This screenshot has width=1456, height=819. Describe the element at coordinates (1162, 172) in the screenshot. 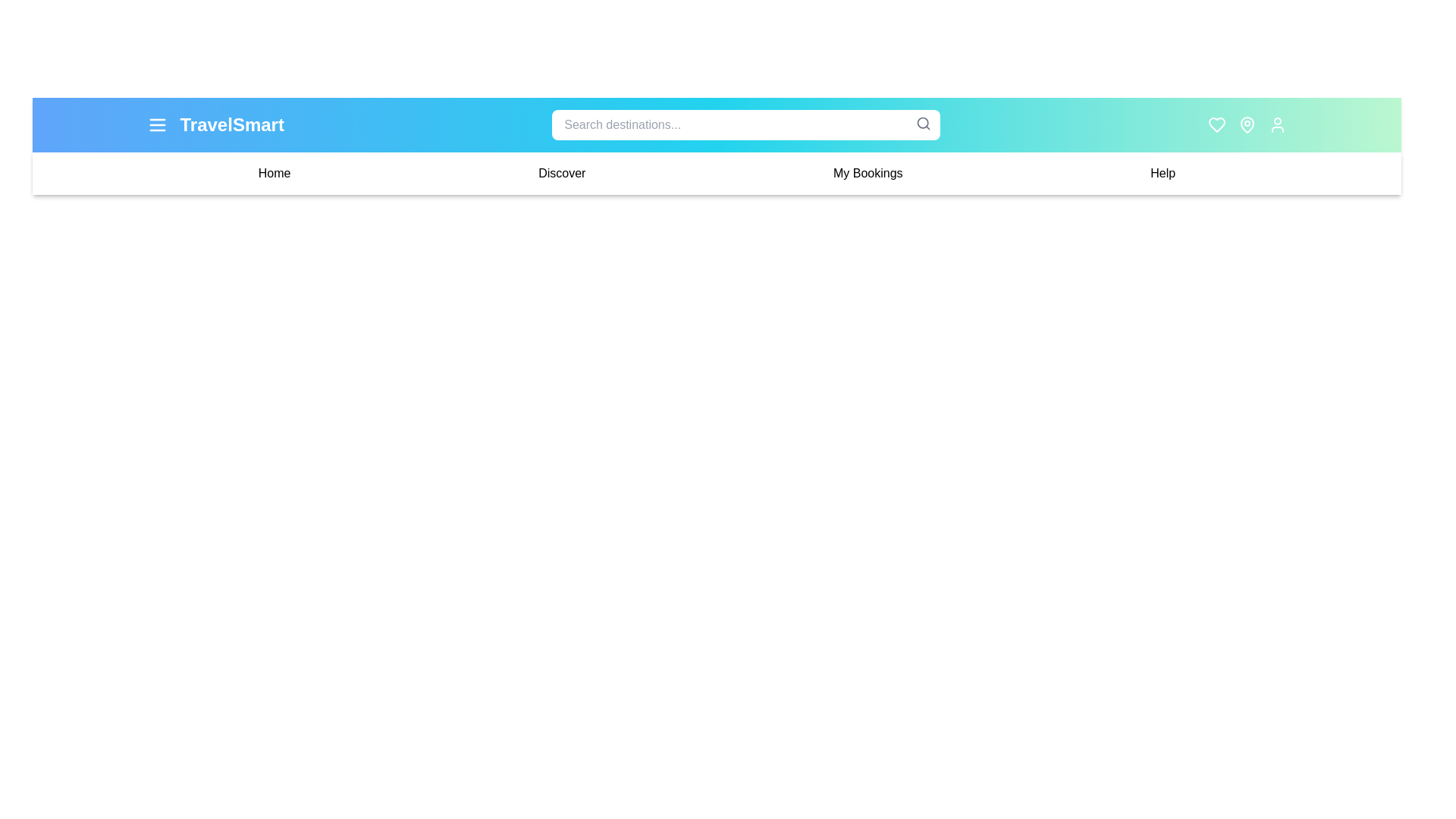

I see `the navigation link Help to navigate to the corresponding section` at that location.